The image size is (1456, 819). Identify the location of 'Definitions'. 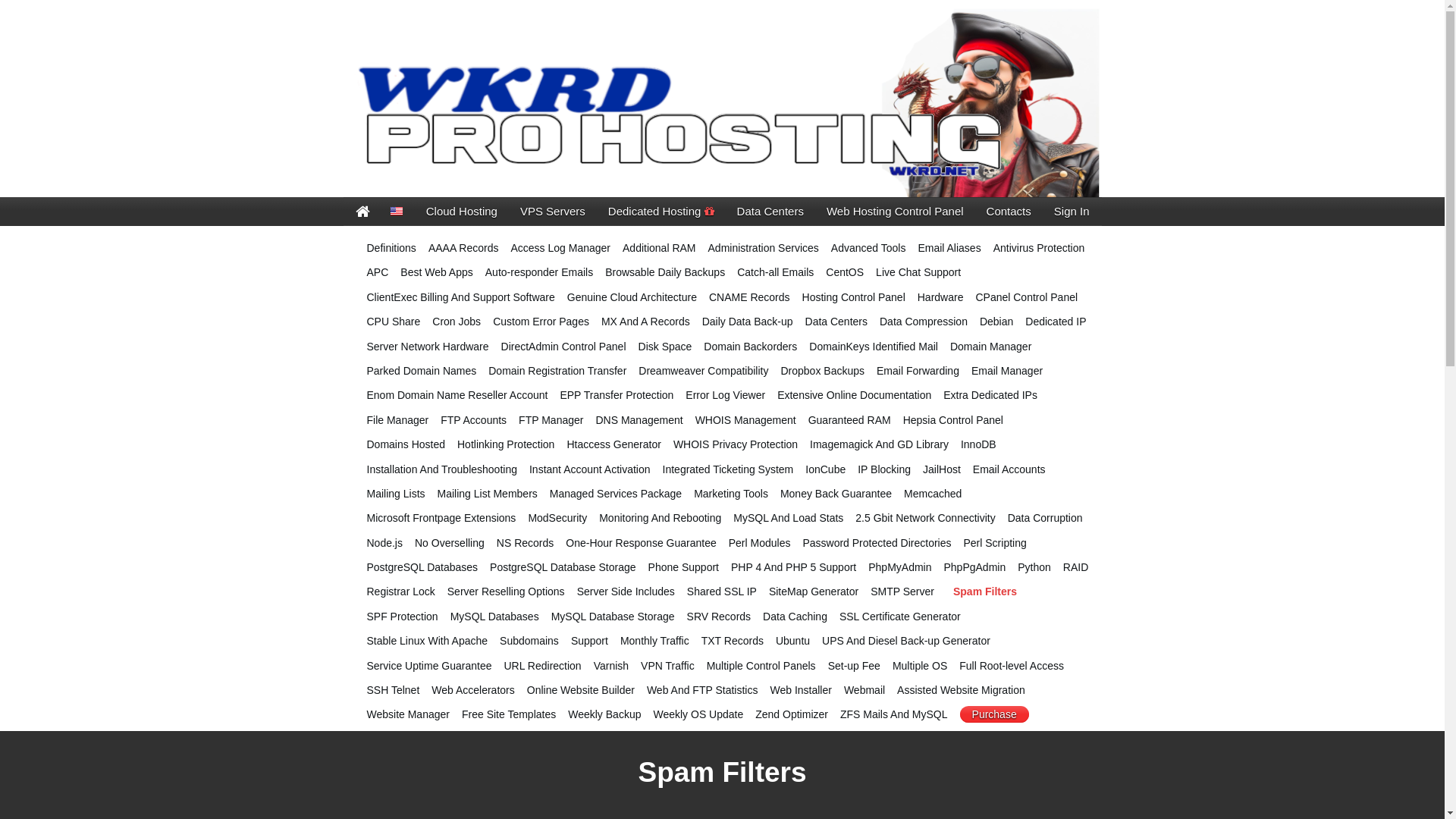
(391, 247).